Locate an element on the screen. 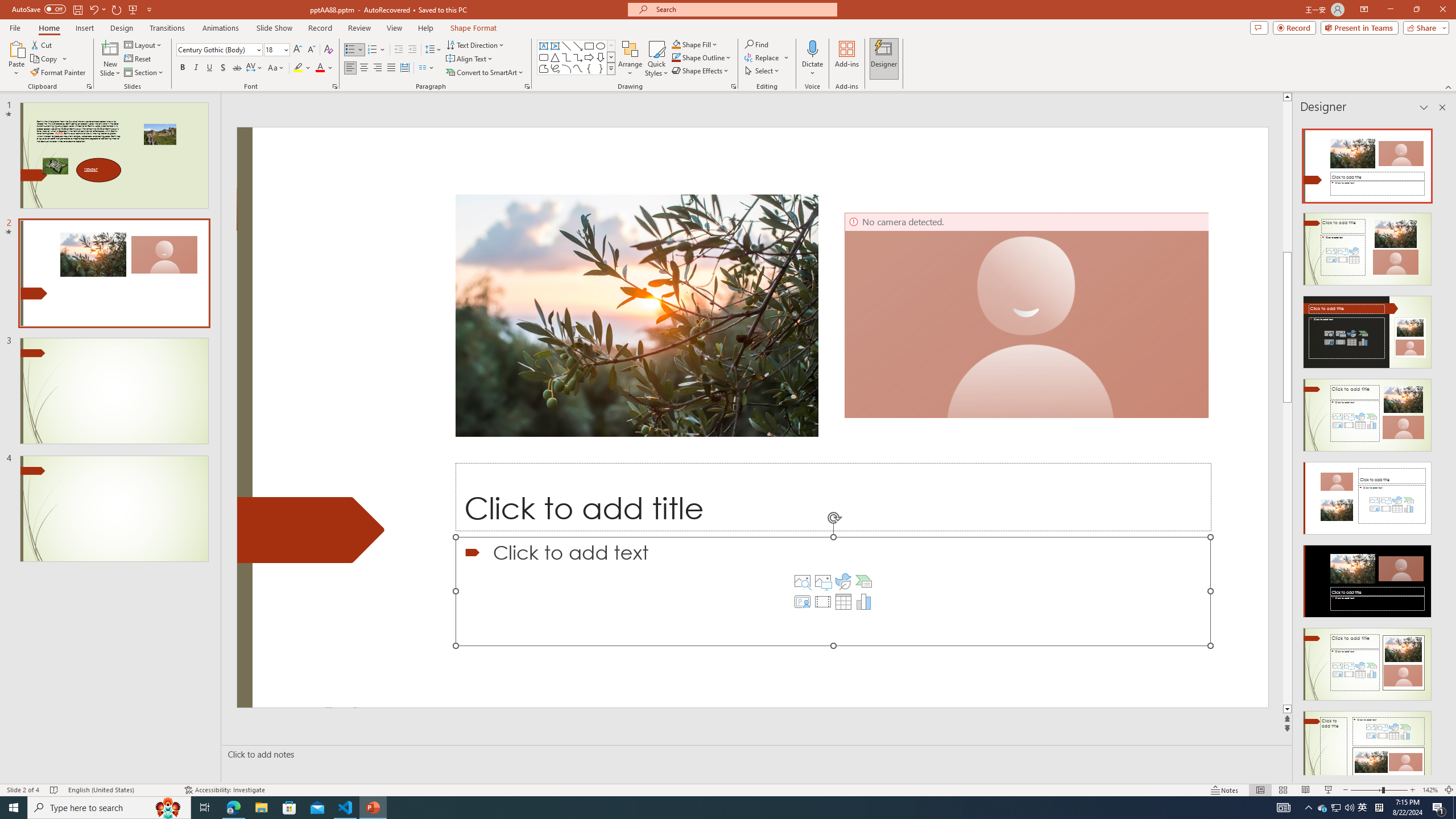 The width and height of the screenshot is (1456, 819). 'Copy' is located at coordinates (44, 59).